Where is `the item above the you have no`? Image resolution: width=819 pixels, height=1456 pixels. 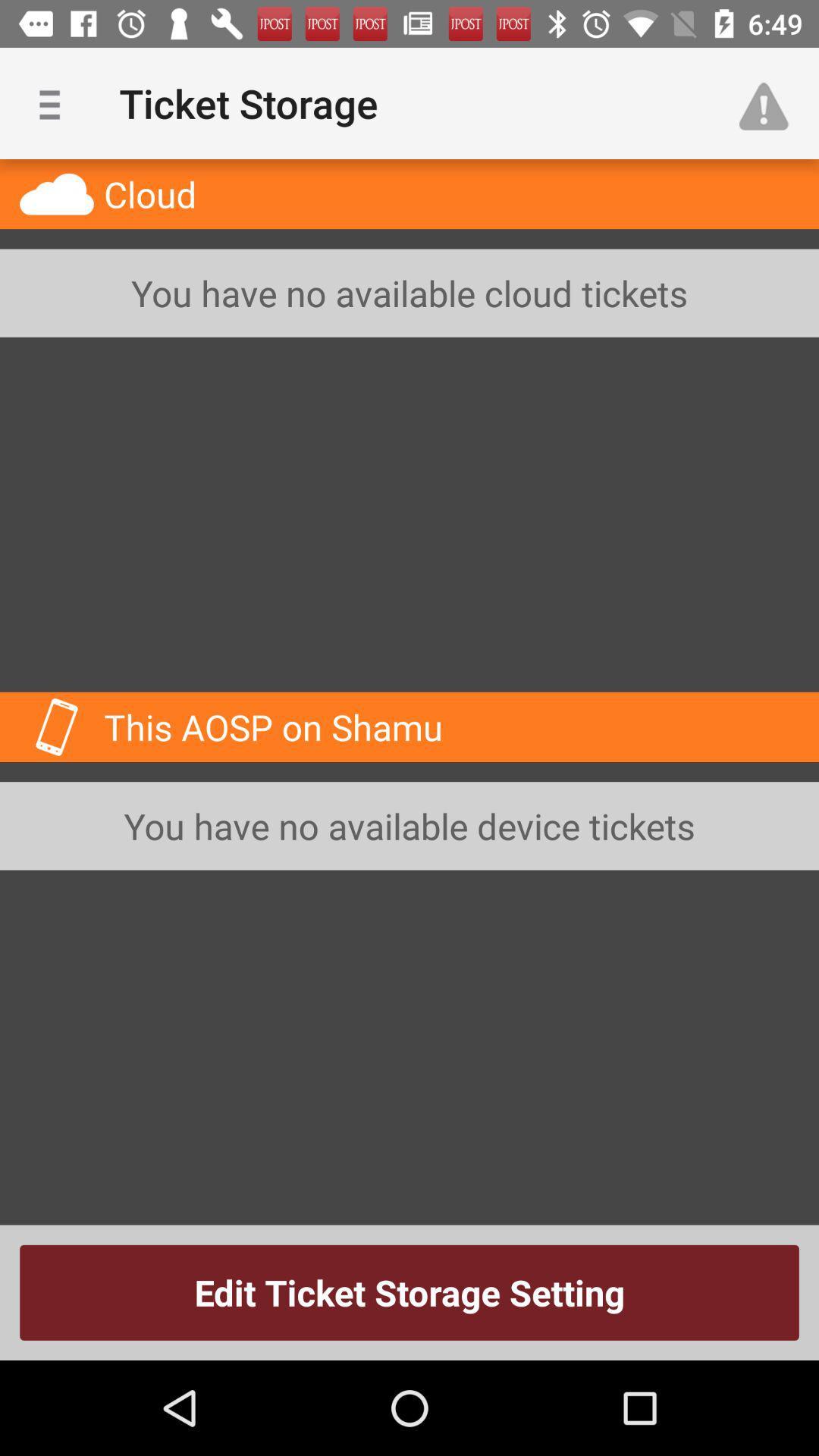
the item above the you have no is located at coordinates (771, 102).